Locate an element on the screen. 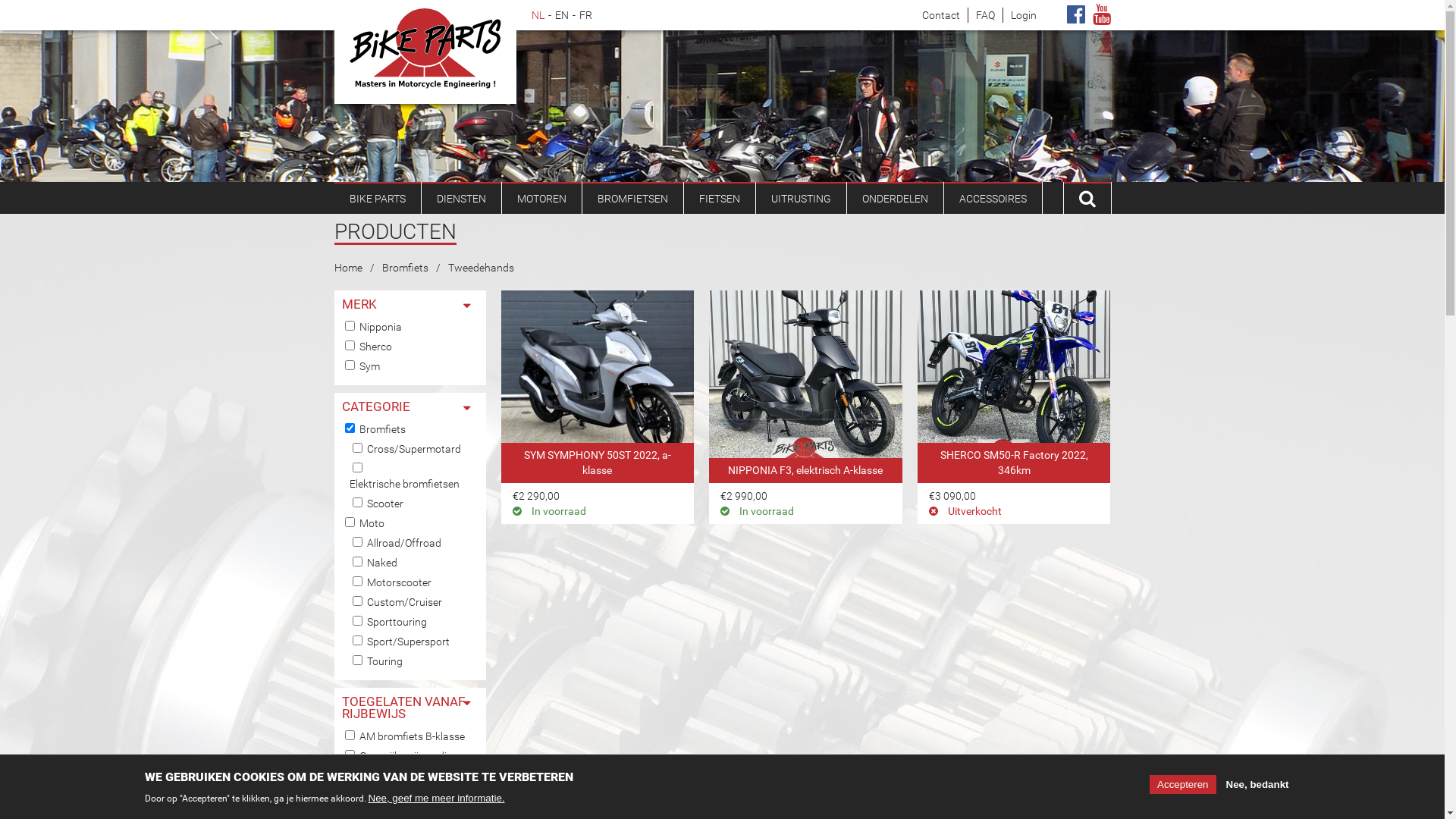 This screenshot has width=1456, height=819. 'BIKE PARTS' is located at coordinates (377, 197).